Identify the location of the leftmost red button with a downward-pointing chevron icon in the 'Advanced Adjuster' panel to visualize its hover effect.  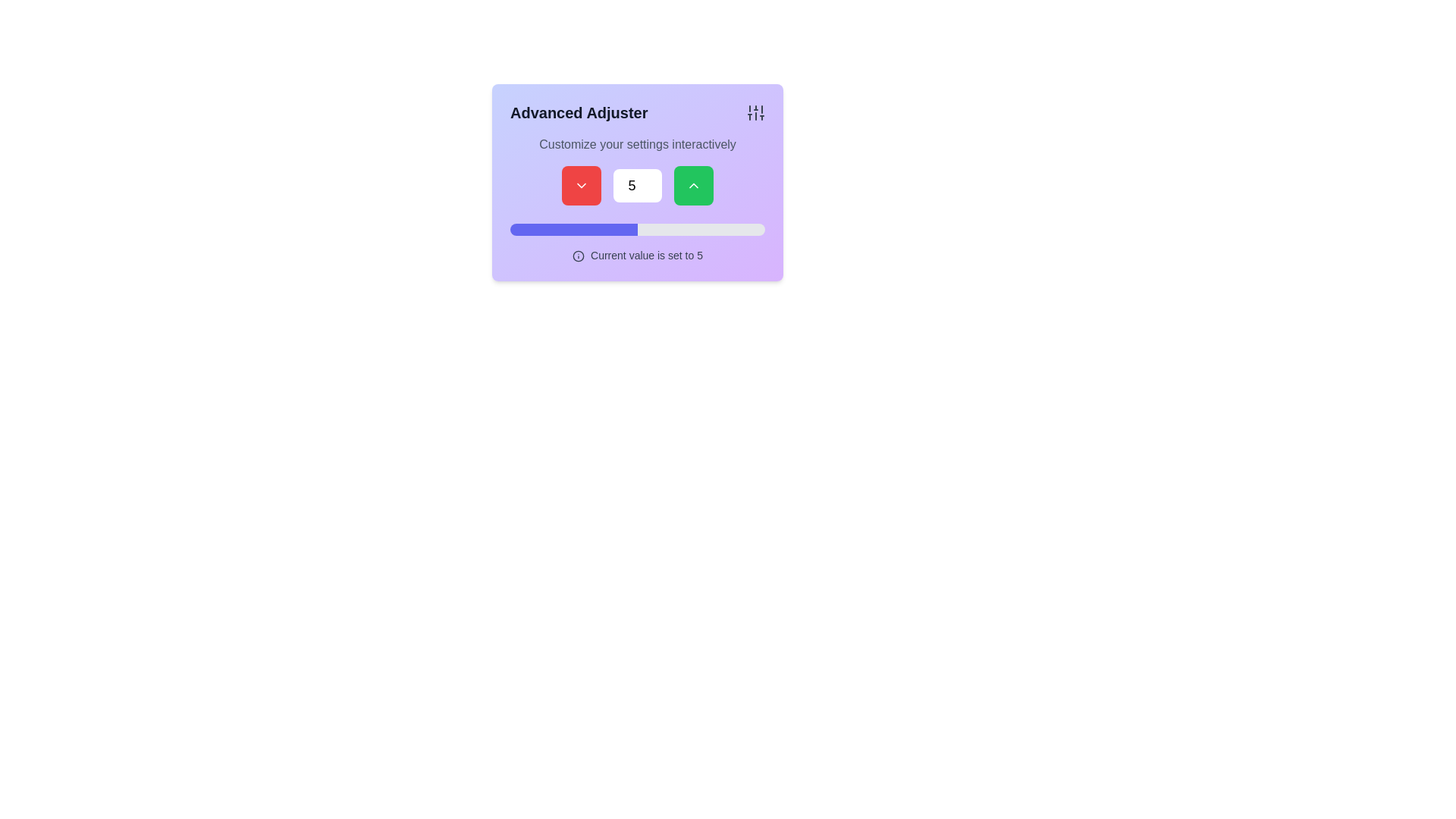
(581, 185).